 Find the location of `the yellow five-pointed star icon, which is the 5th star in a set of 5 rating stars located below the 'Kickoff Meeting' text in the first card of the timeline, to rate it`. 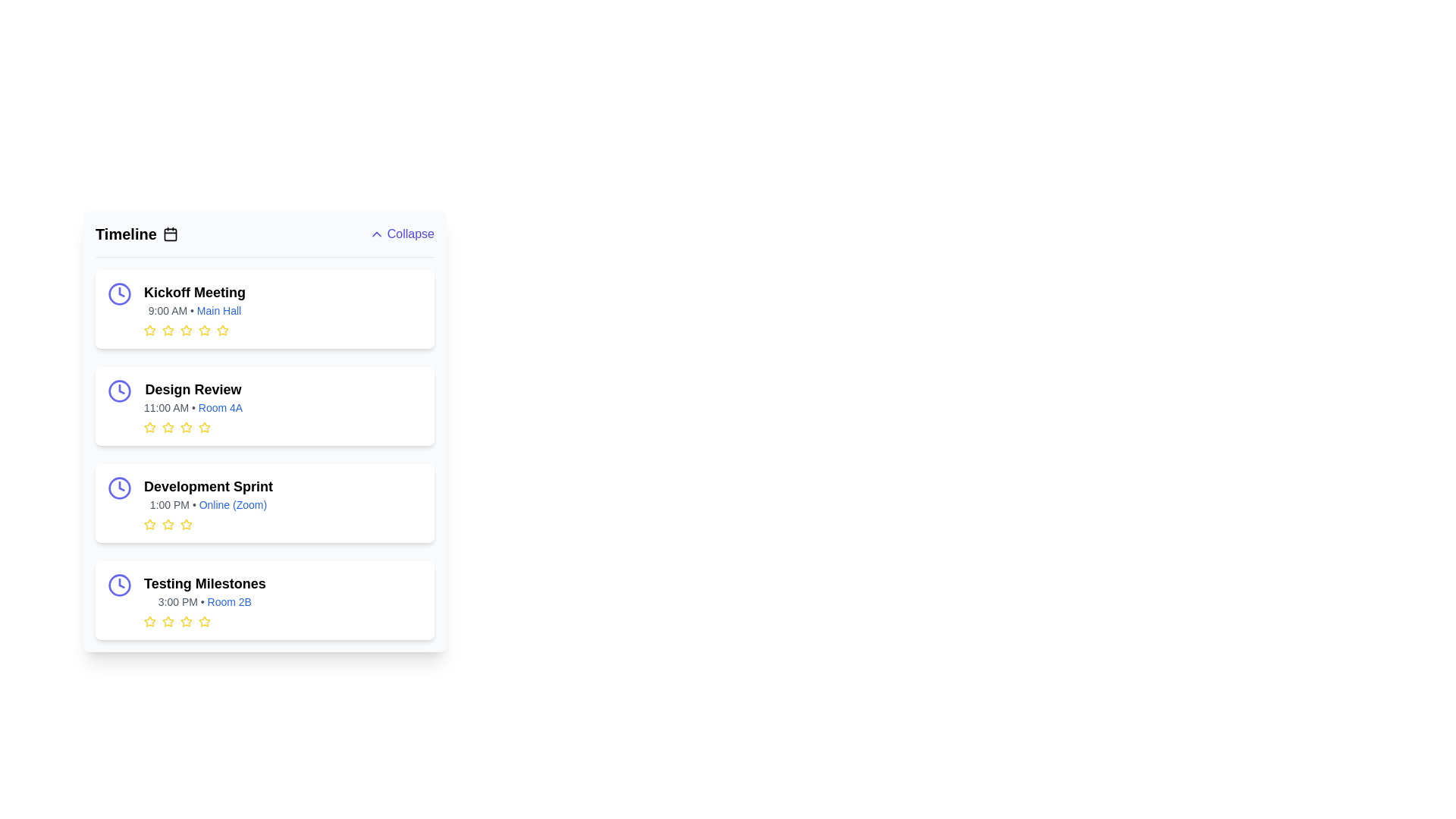

the yellow five-pointed star icon, which is the 5th star in a set of 5 rating stars located below the 'Kickoff Meeting' text in the first card of the timeline, to rate it is located at coordinates (203, 329).